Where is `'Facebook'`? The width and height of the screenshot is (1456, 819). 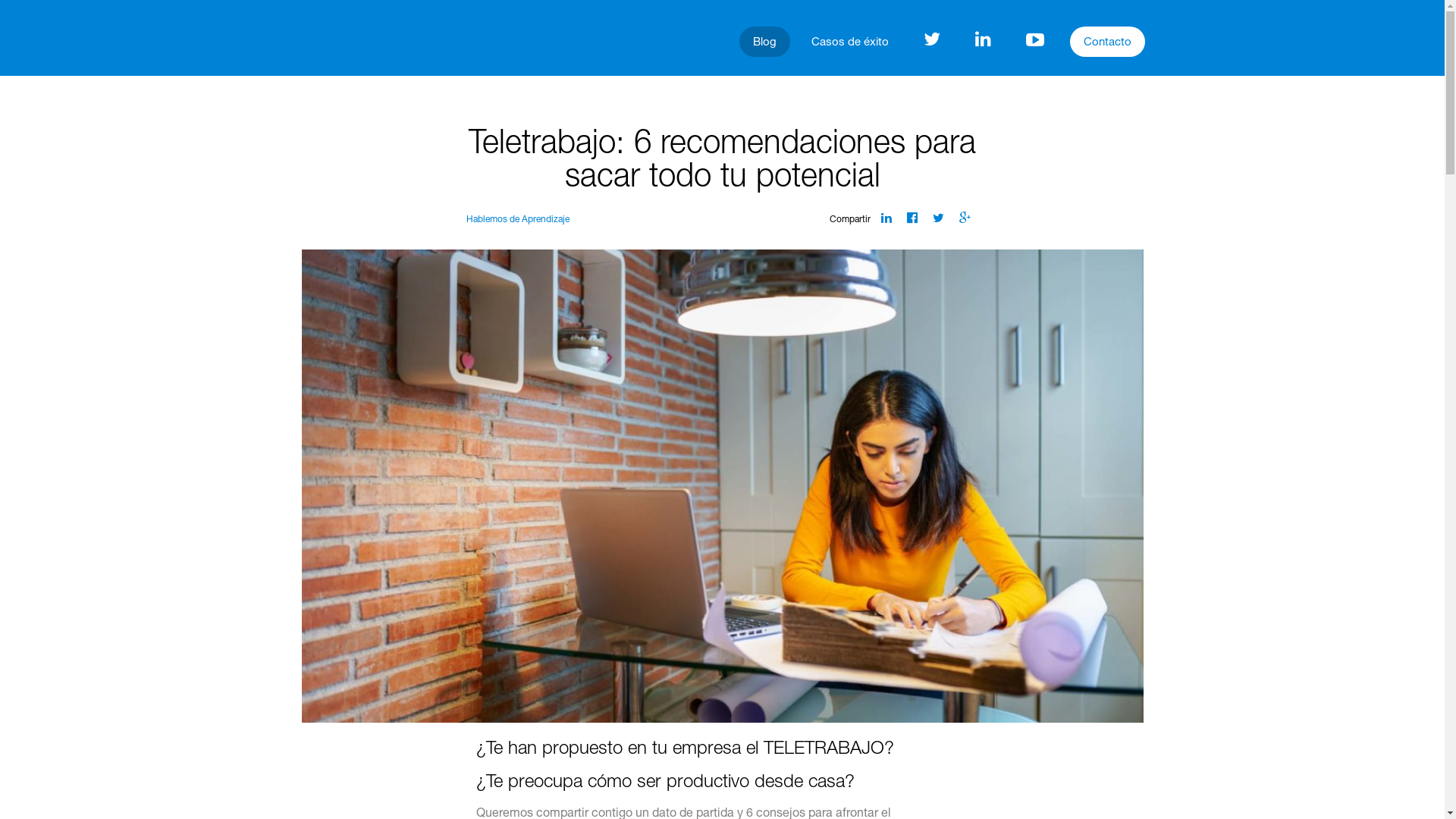 'Facebook' is located at coordinates (912, 218).